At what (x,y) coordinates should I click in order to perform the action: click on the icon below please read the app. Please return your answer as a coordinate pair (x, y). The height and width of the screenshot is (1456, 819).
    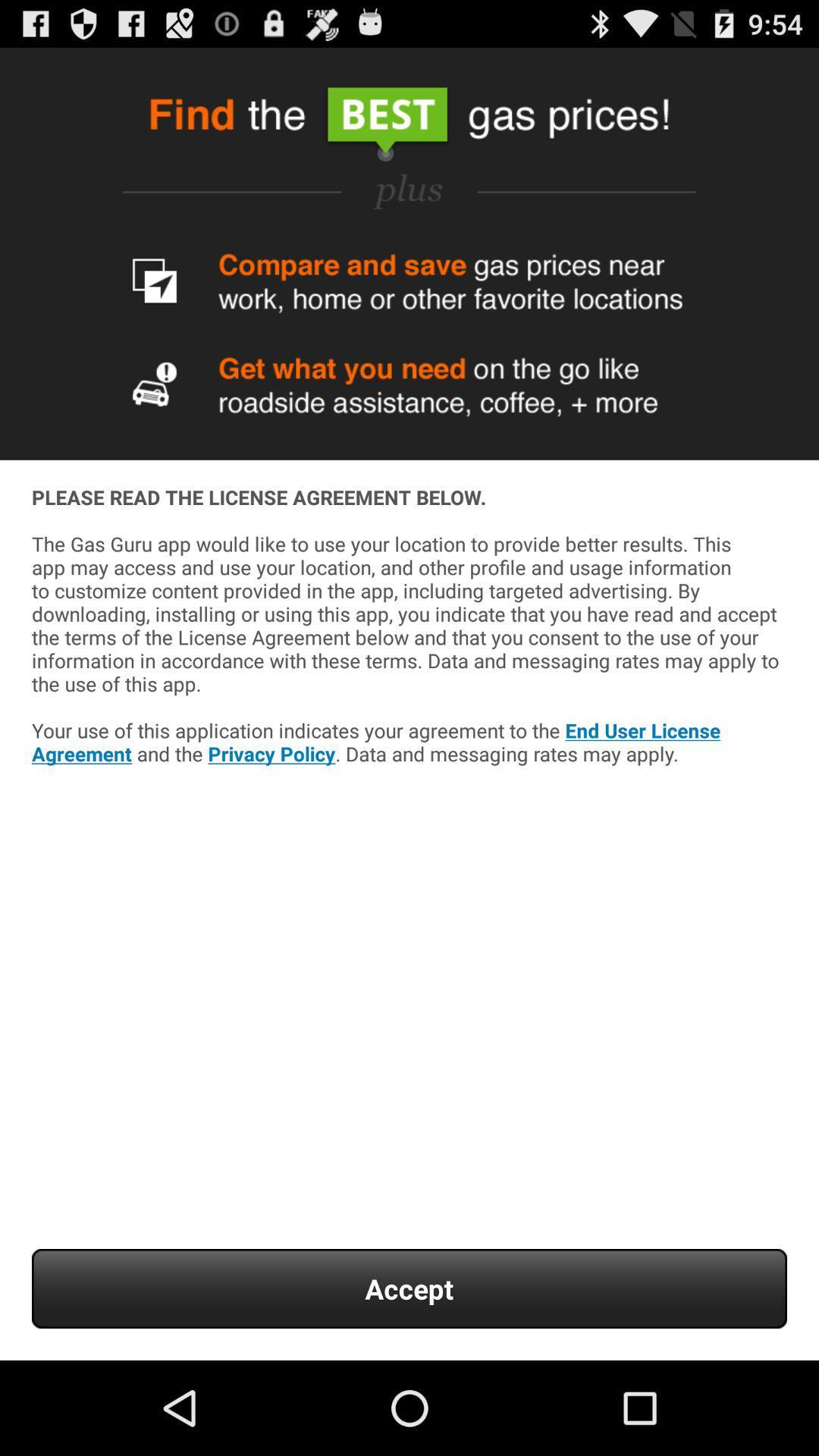
    Looking at the image, I should click on (409, 1288).